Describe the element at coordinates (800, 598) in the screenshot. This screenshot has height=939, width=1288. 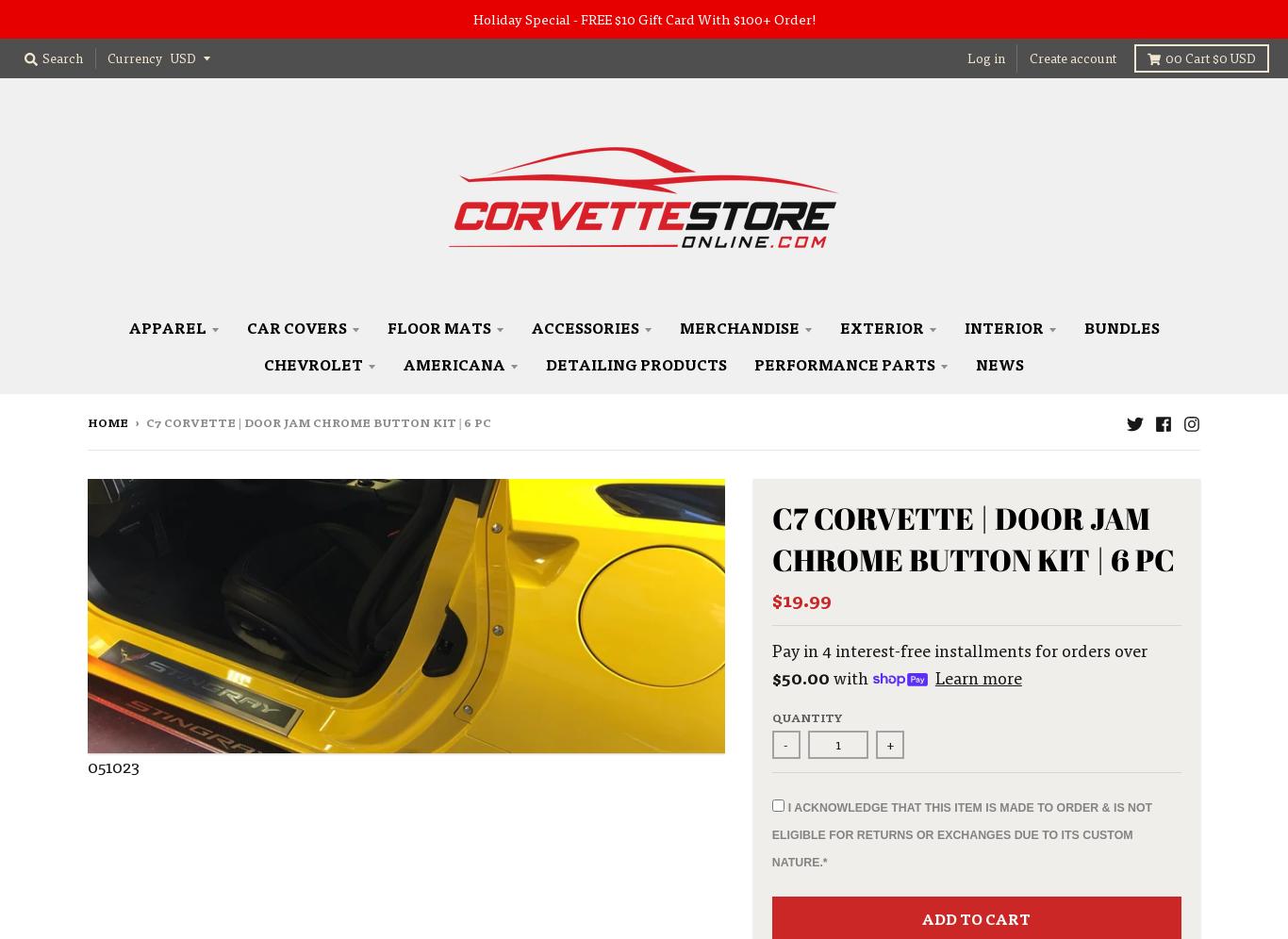
I see `'$19.99'` at that location.